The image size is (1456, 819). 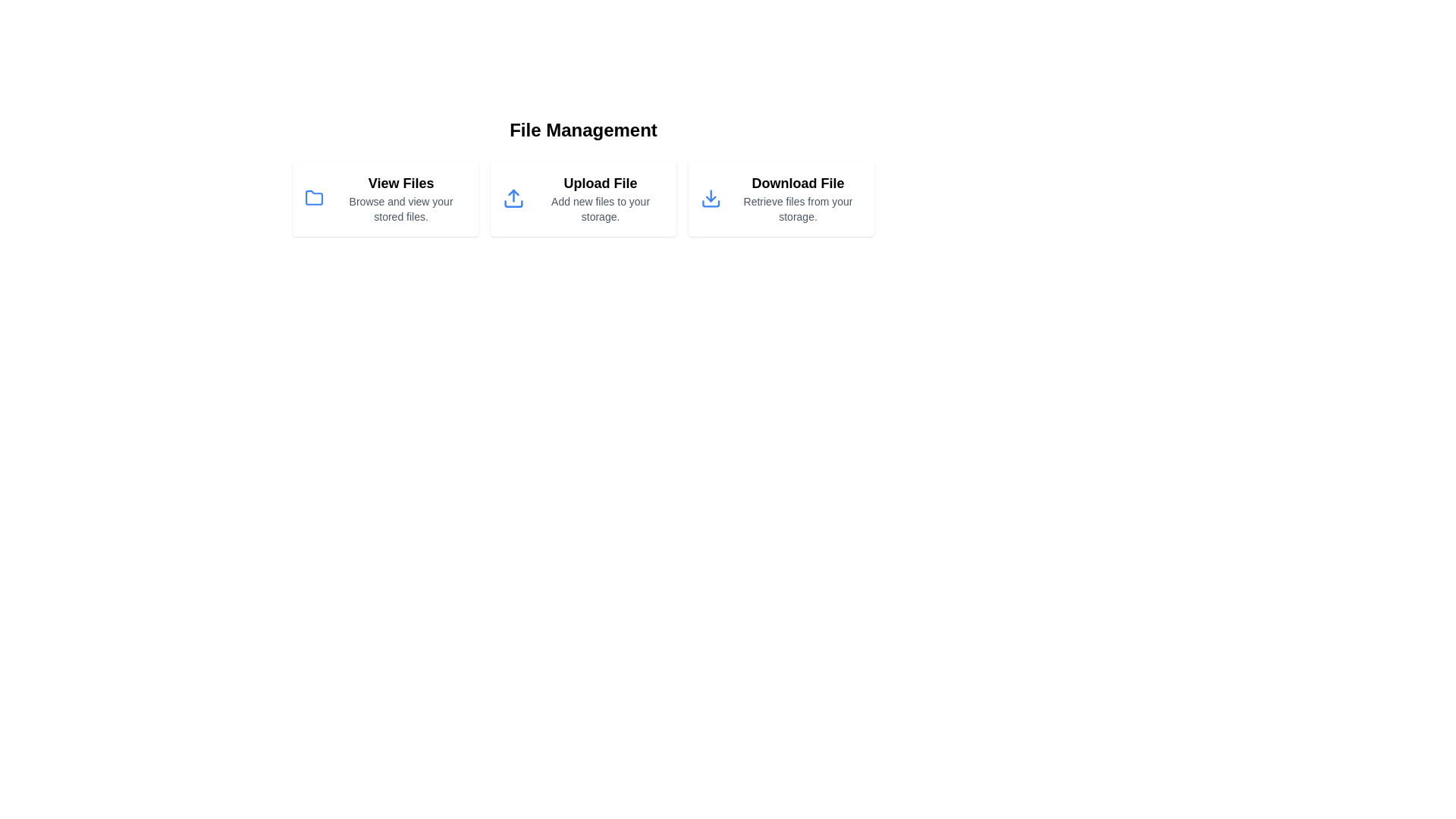 I want to click on the 'Download File' button in the File Management section to initiate the download process, so click(x=781, y=198).